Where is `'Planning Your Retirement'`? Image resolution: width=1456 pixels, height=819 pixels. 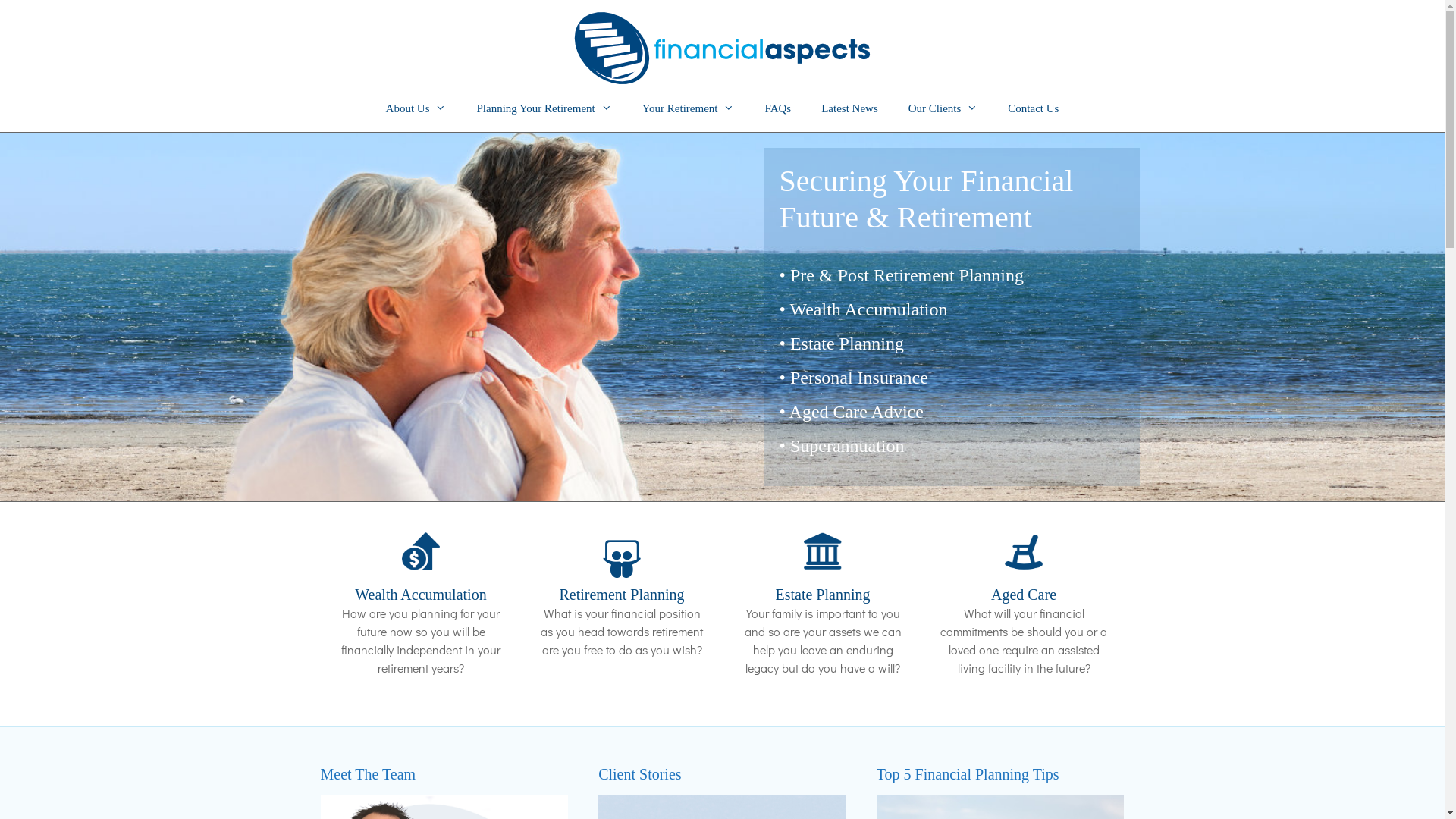
'Planning Your Retirement' is located at coordinates (460, 107).